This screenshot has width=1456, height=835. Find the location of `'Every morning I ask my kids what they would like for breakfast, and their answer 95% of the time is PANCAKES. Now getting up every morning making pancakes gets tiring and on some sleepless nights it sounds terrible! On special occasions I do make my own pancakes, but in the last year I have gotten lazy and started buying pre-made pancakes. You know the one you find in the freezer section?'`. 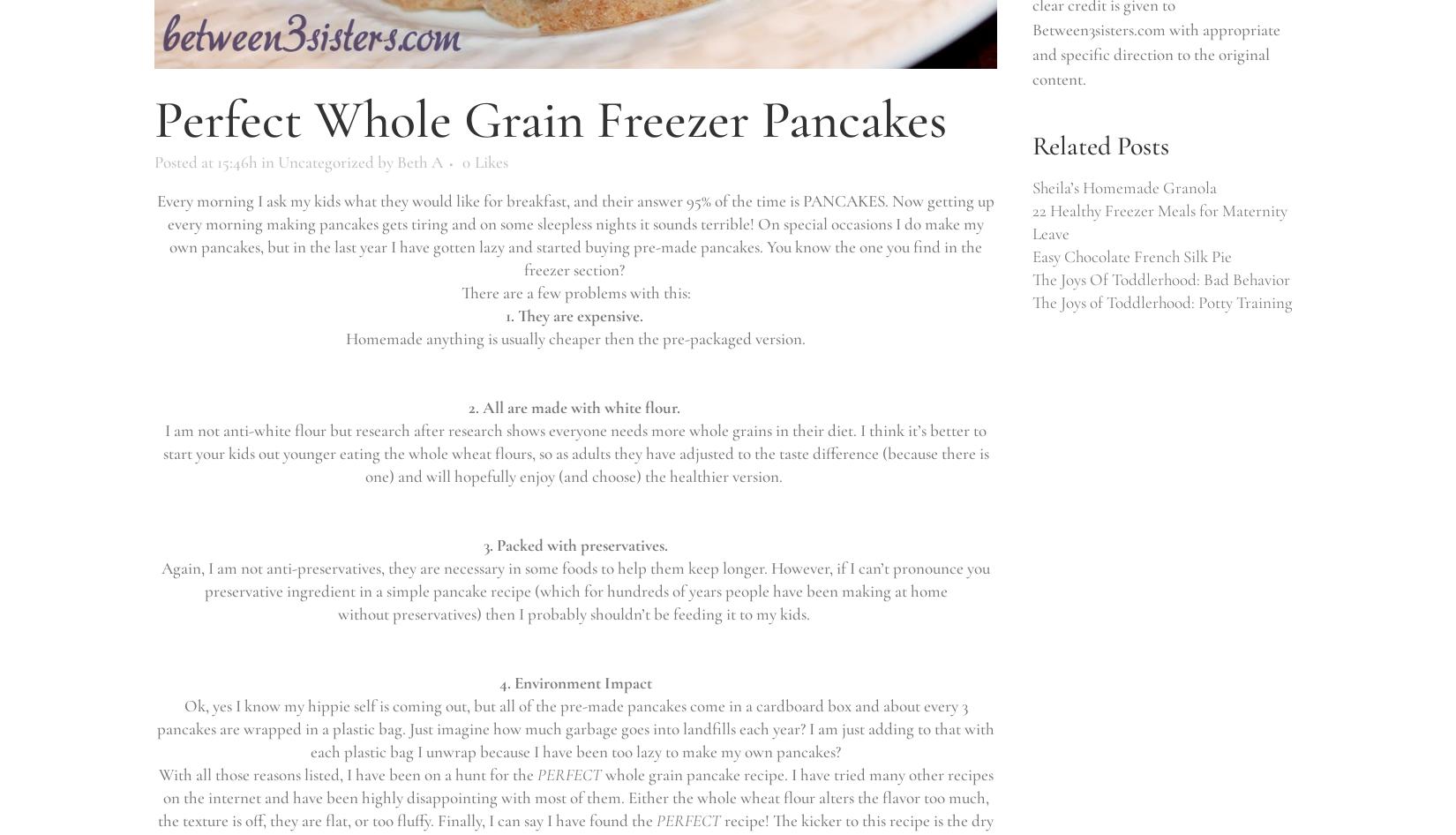

'Every morning I ask my kids what they would like for breakfast, and their answer 95% of the time is PANCAKES. Now getting up every morning making pancakes gets tiring and on some sleepless nights it sounds terrible! On special occasions I do make my own pancakes, but in the last year I have gotten lazy and started buying pre-made pancakes. You know the one you find in the freezer section?' is located at coordinates (157, 234).